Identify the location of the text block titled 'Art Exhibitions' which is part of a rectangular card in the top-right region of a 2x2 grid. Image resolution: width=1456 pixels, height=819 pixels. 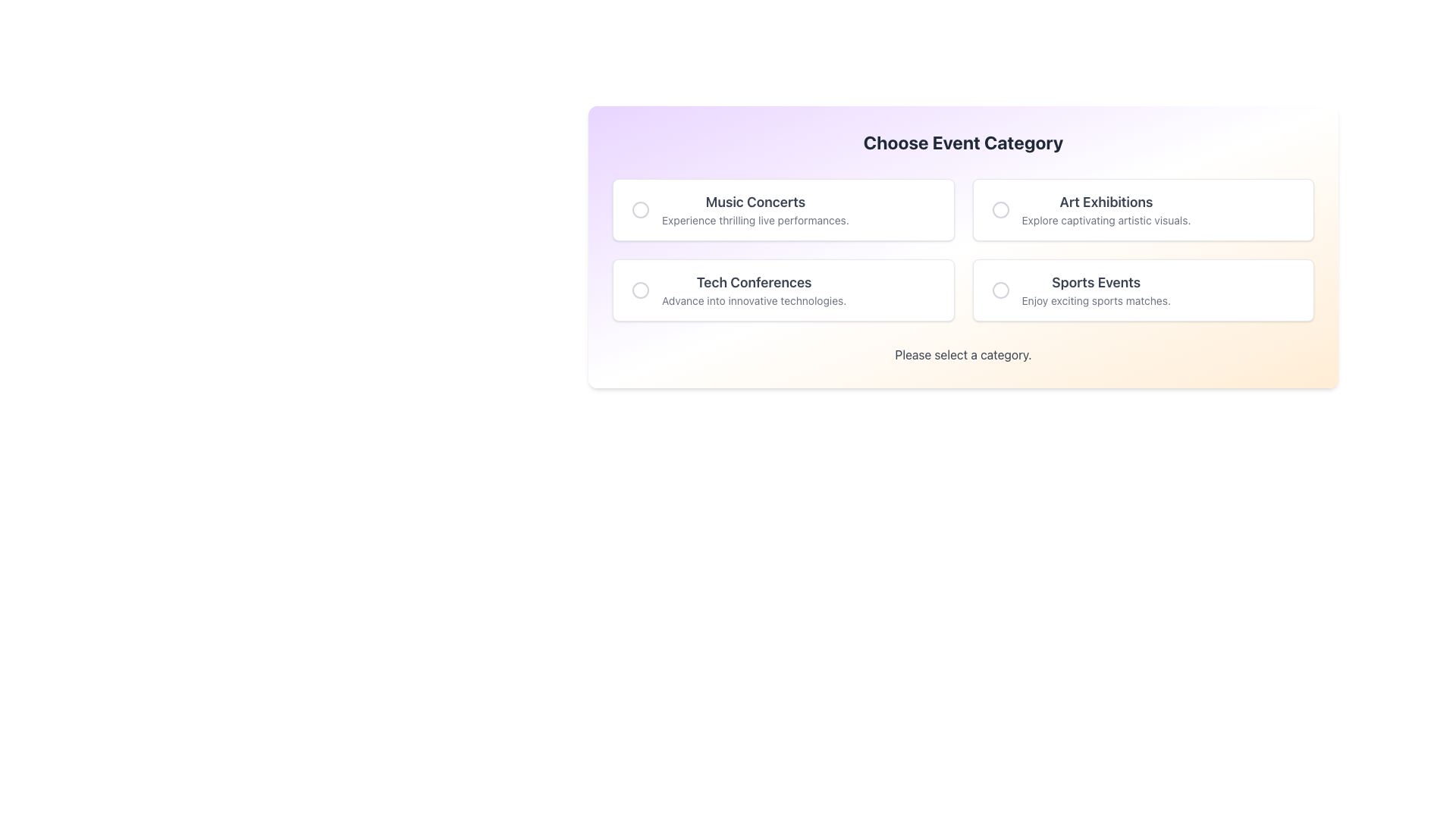
(1106, 210).